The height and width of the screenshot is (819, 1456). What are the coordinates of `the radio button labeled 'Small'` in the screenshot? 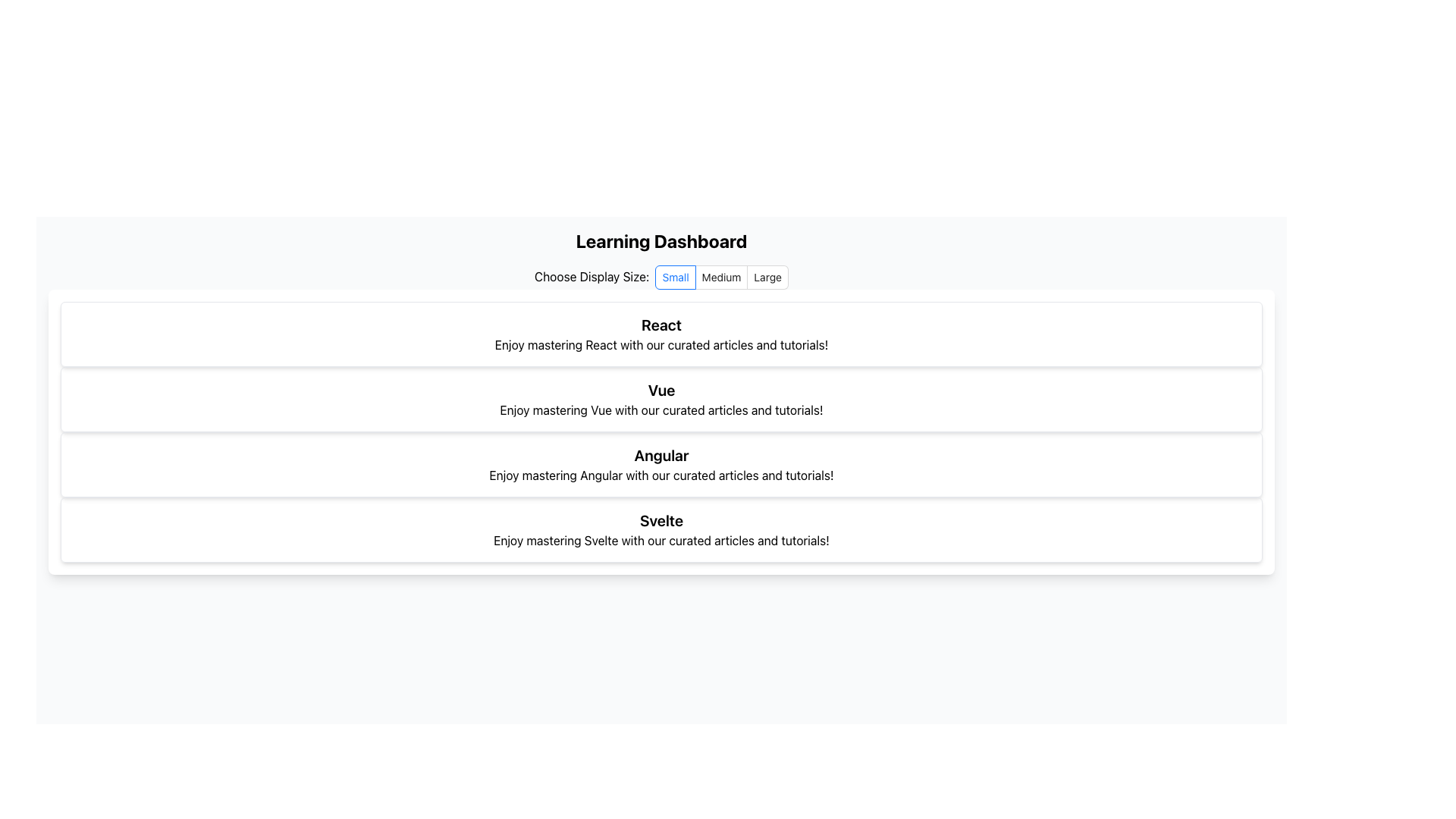 It's located at (675, 278).